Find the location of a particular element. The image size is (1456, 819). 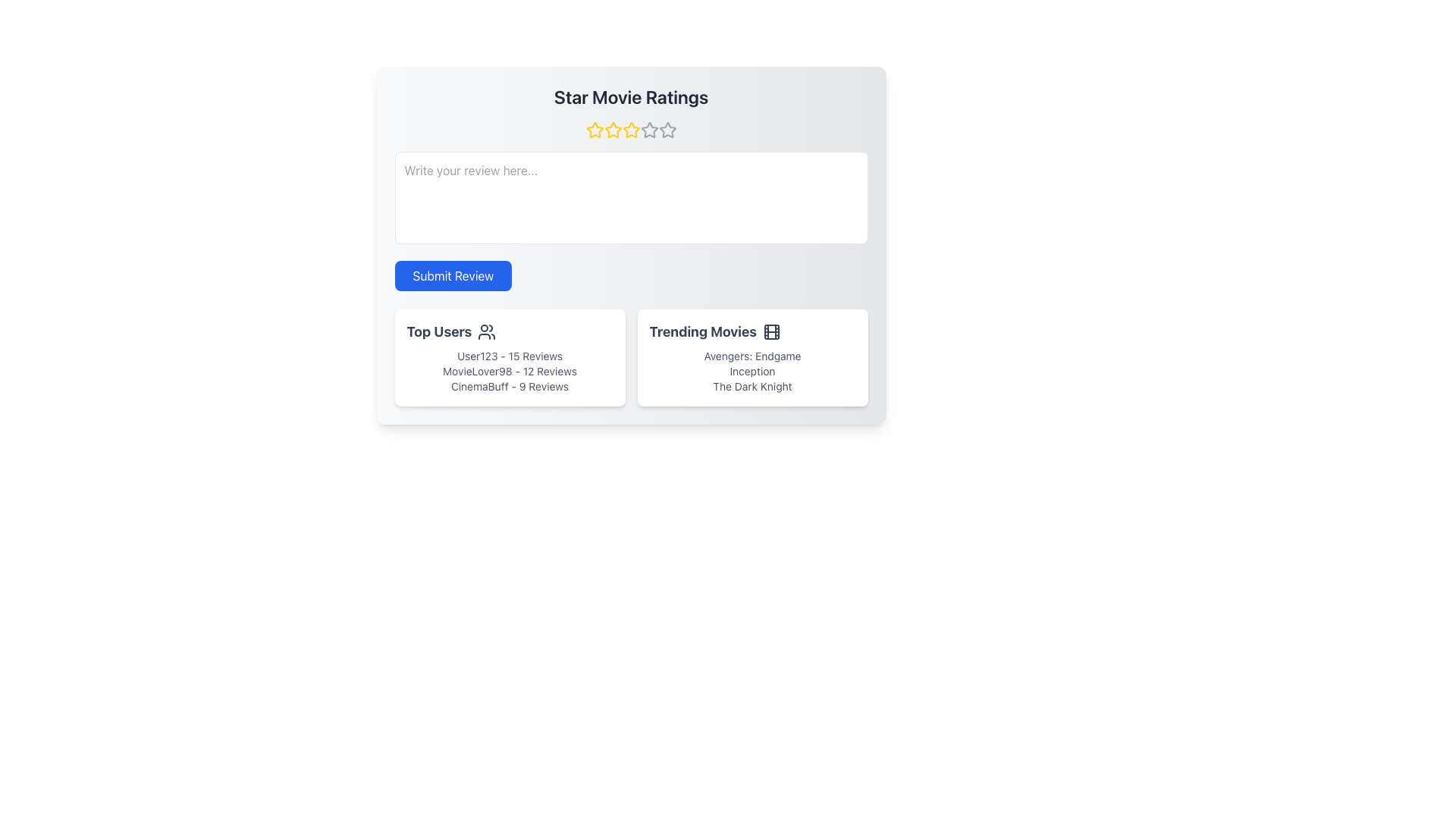

the submission button for user reviews located centrally in the lower part of the 'Star Movie Ratings' card, positioned below the review text area and above the 'Top Users' and 'Trending Movies' sections is located at coordinates (452, 275).